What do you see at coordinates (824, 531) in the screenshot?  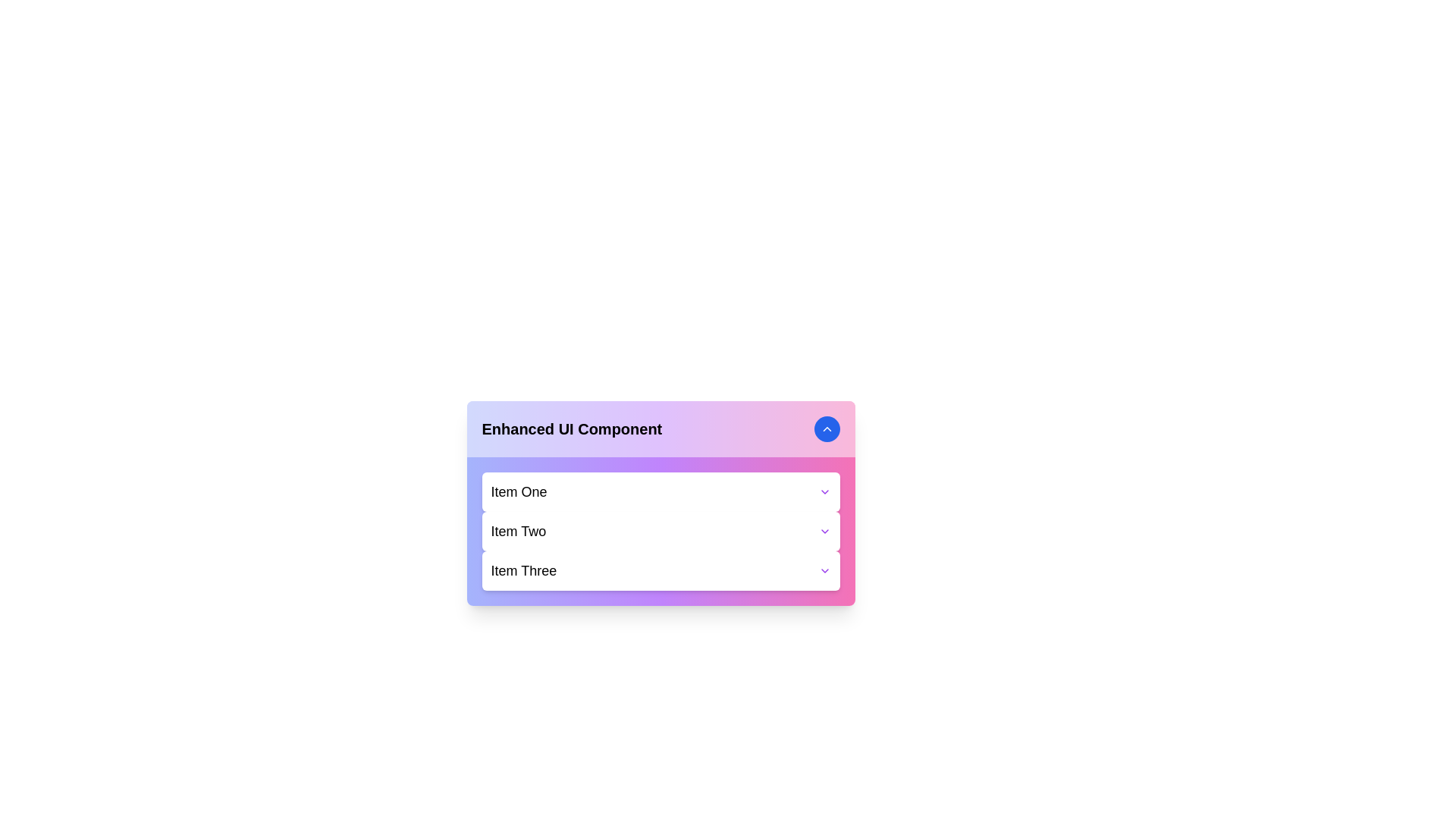 I see `the chevron-down icon located at the rightmost part of the 'Item Two' row` at bounding box center [824, 531].